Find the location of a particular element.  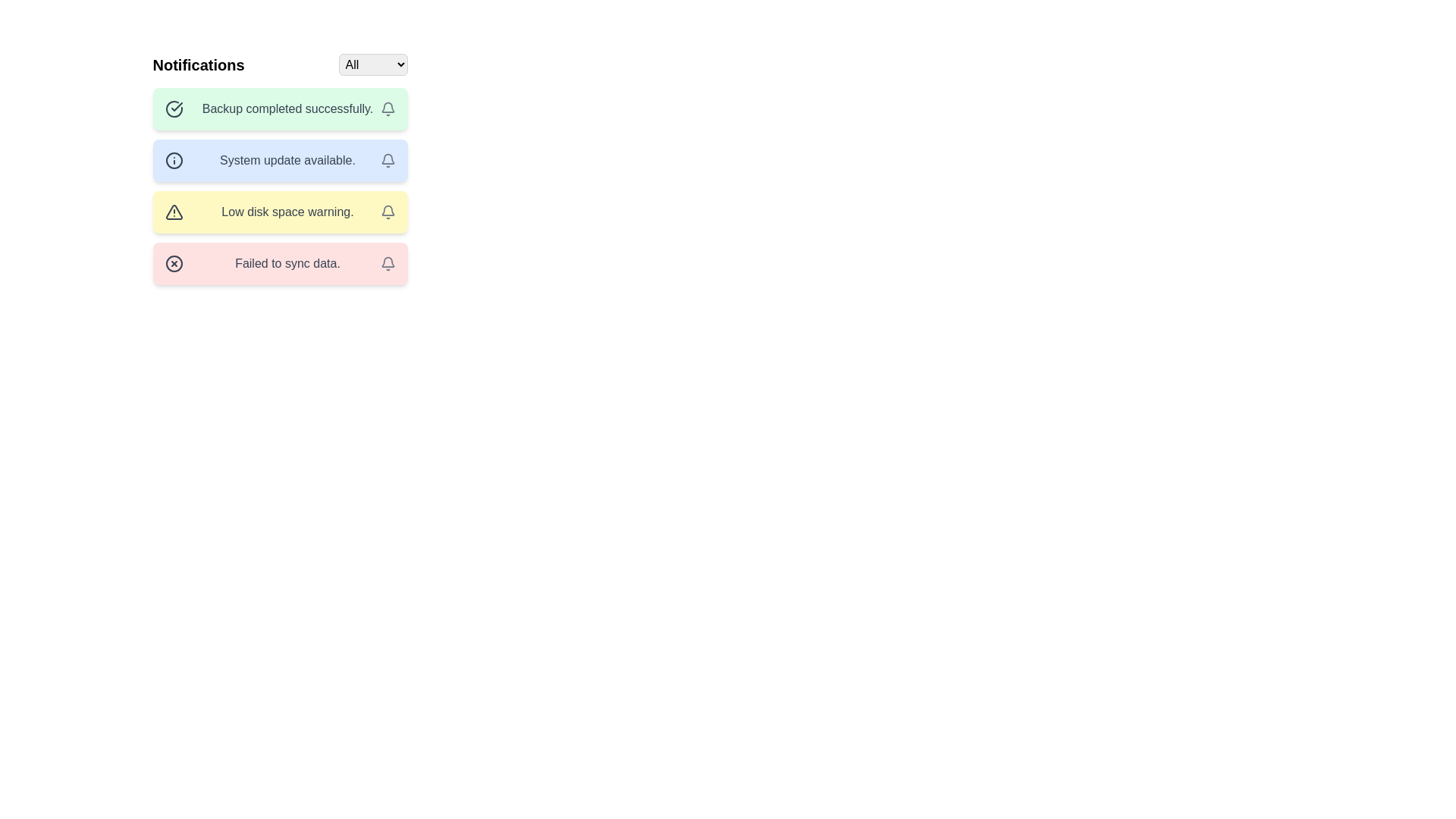

the warning icon in the third notification row, which is located to the left of the 'Low disk space warning' text is located at coordinates (174, 212).